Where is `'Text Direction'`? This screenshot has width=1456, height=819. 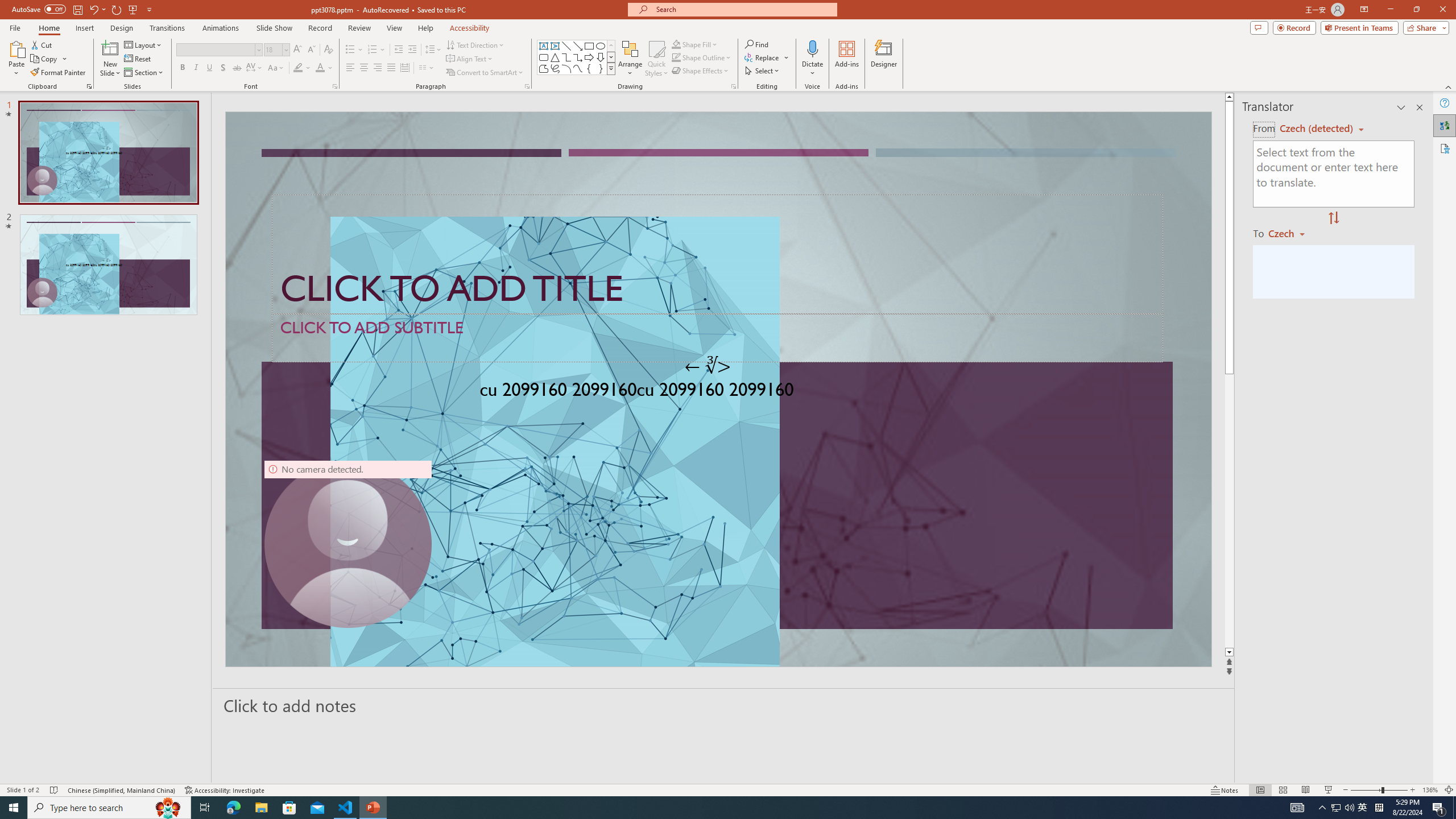 'Text Direction' is located at coordinates (475, 44).